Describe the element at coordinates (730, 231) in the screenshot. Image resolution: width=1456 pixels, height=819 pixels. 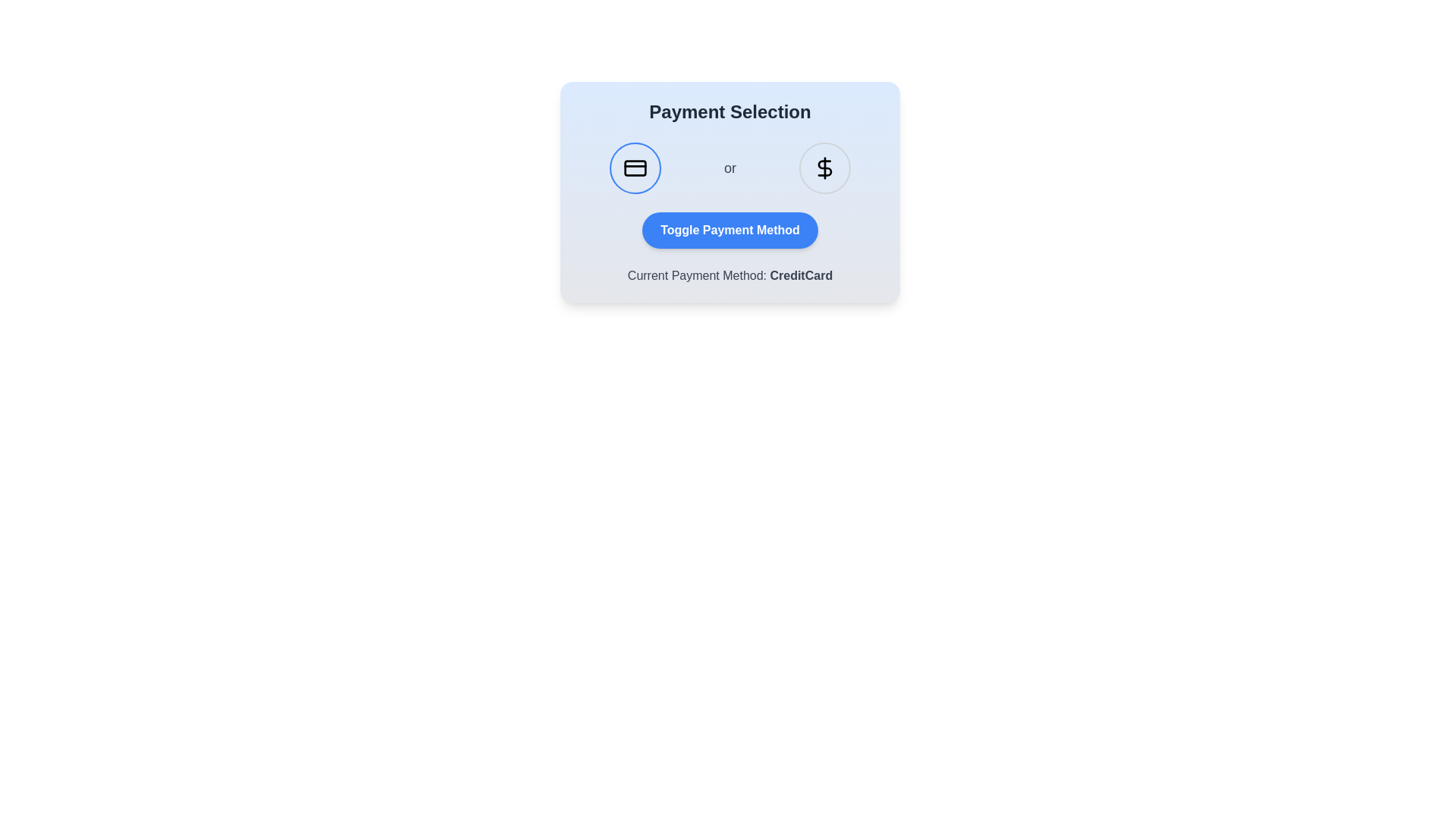
I see `the blue button labeled 'Toggle Payment Method'` at that location.